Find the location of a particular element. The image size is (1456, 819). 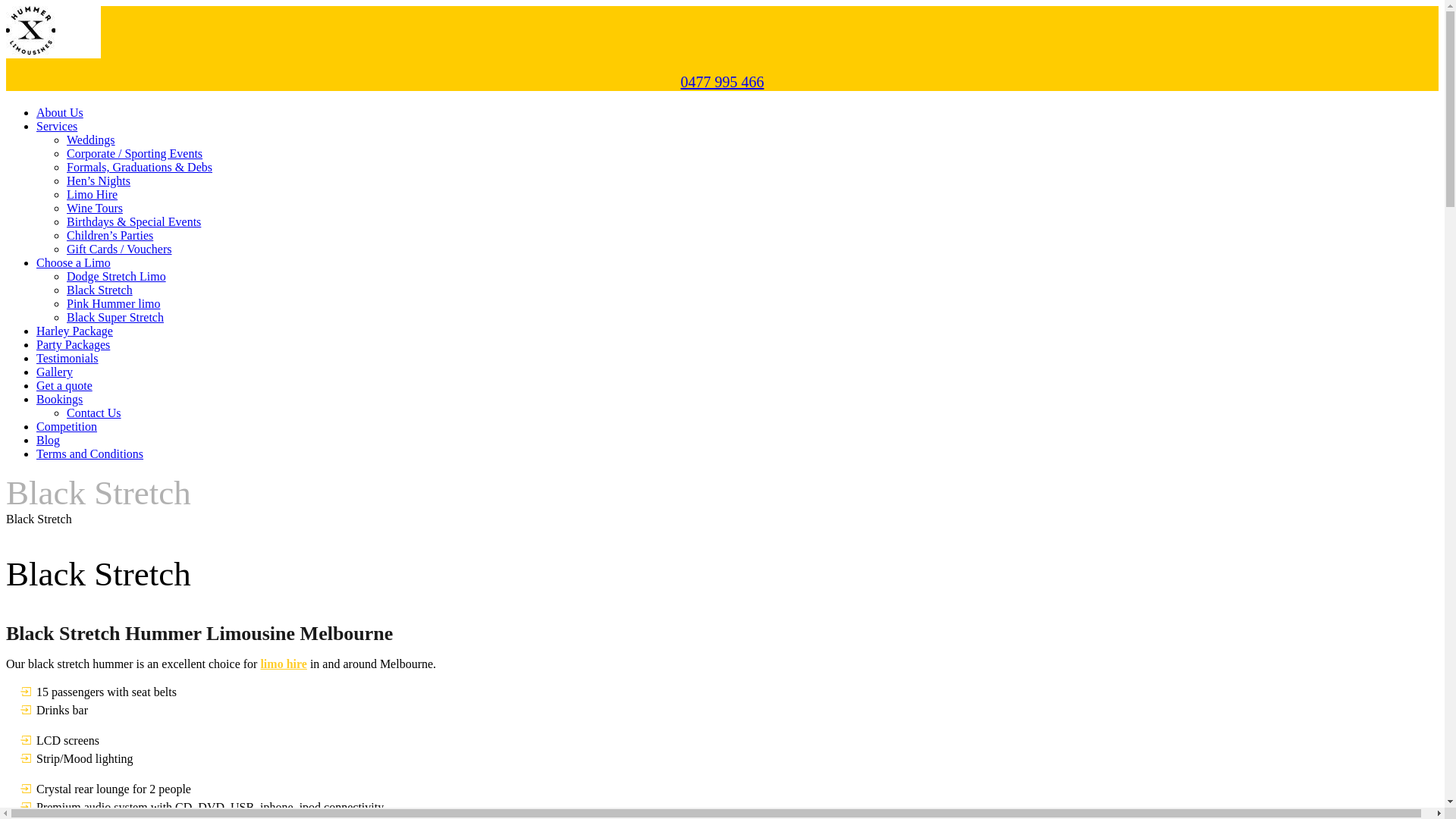

'About Us' is located at coordinates (59, 111).